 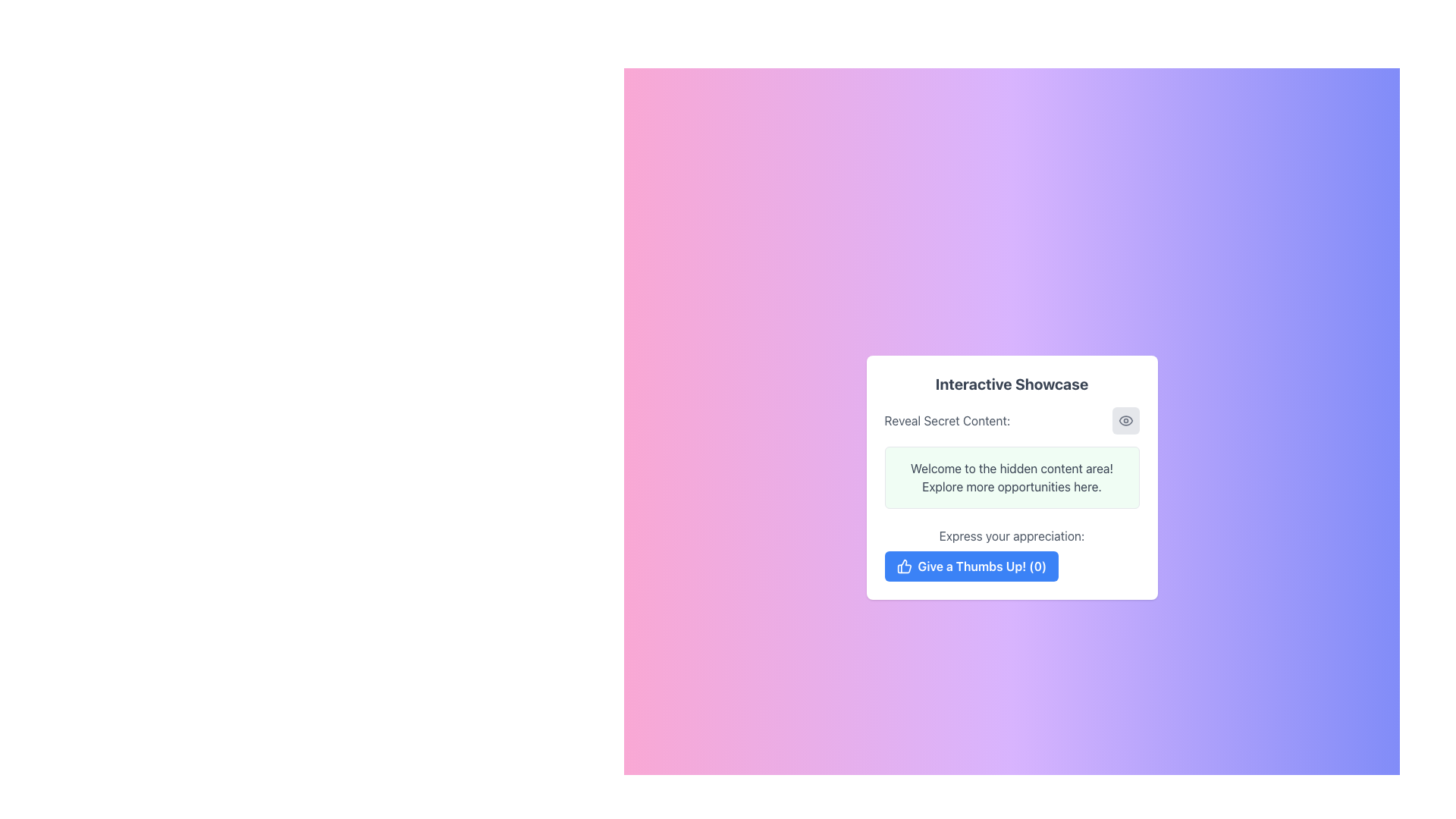 I want to click on the 'Give a Thumbs Up!' button located in the interactive section with the heading 'Express your appreciation:' to observe the hover effect, so click(x=1012, y=554).